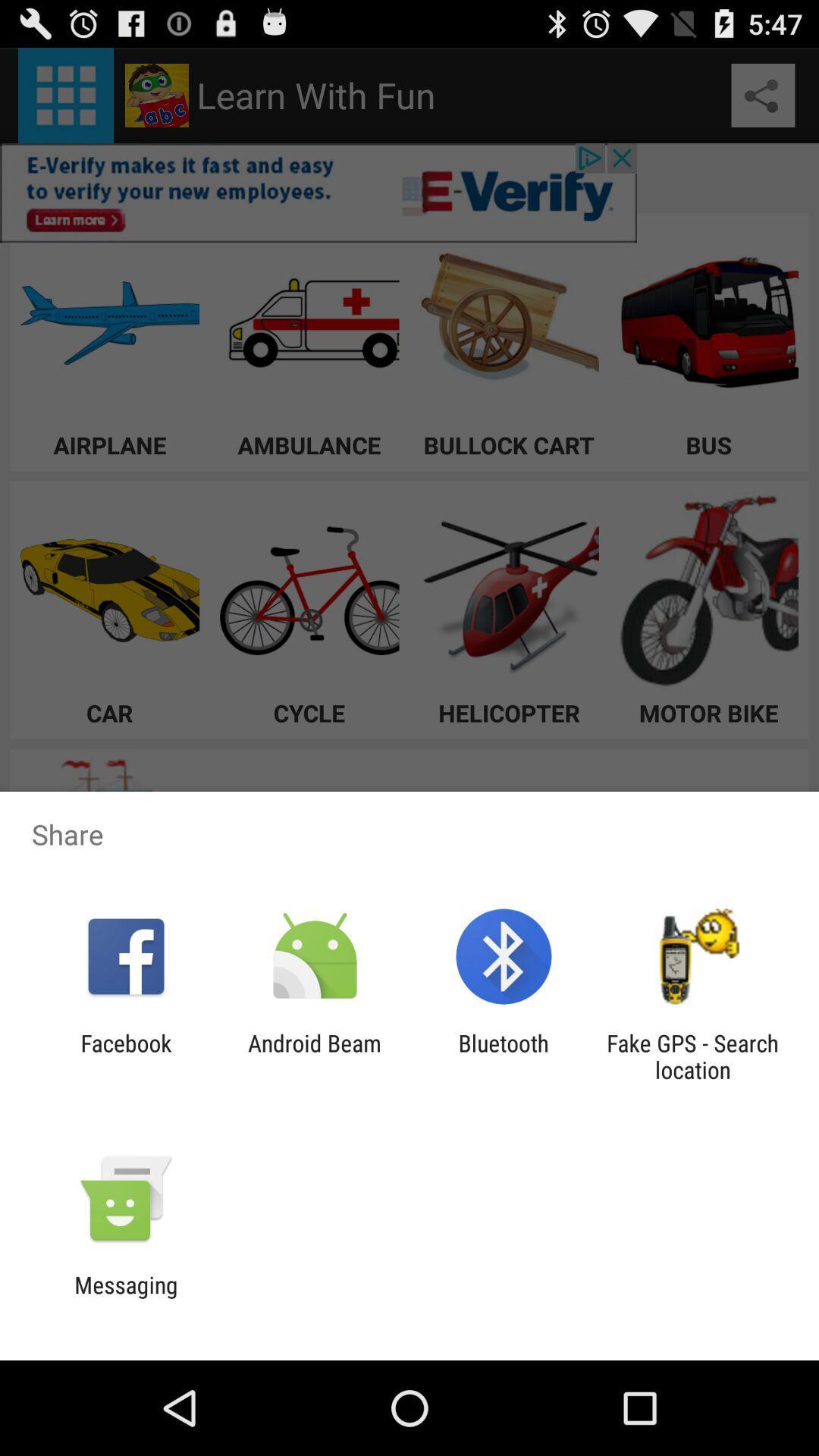  What do you see at coordinates (692, 1056) in the screenshot?
I see `item to the right of the bluetooth item` at bounding box center [692, 1056].